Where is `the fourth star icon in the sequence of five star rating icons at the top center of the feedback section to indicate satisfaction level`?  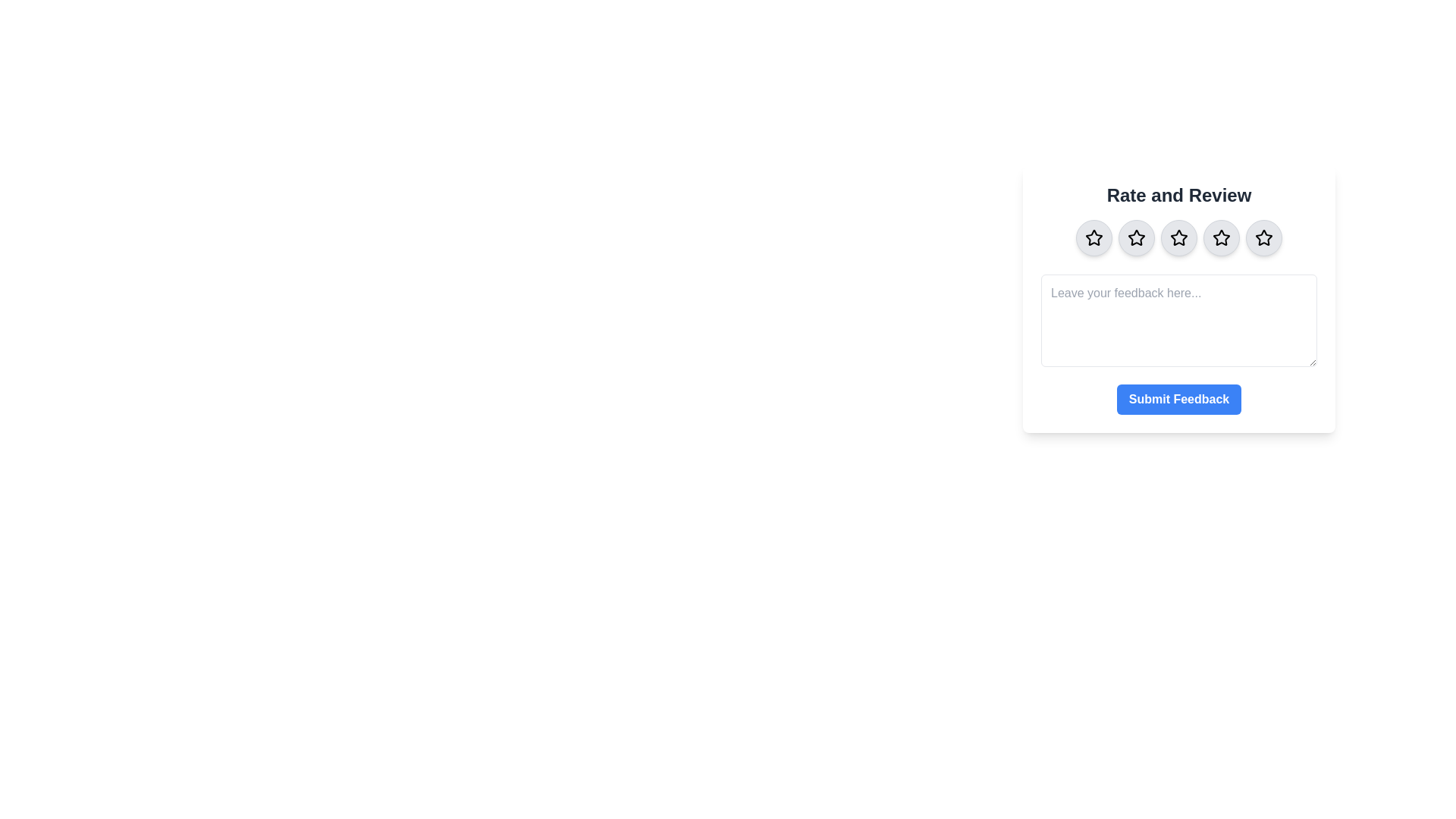
the fourth star icon in the sequence of five star rating icons at the top center of the feedback section to indicate satisfaction level is located at coordinates (1220, 237).